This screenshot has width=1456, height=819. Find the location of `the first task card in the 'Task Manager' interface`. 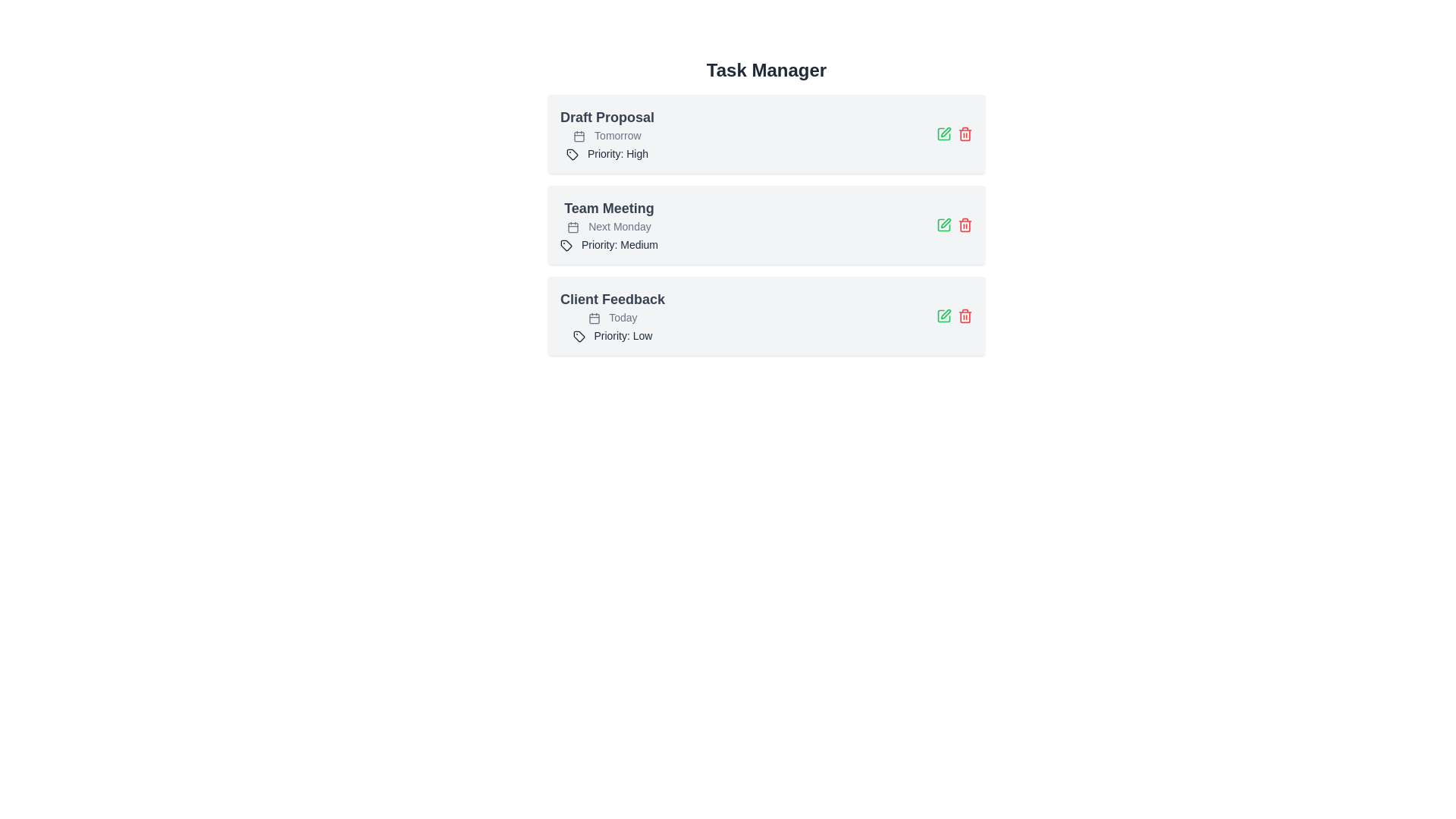

the first task card in the 'Task Manager' interface is located at coordinates (607, 133).